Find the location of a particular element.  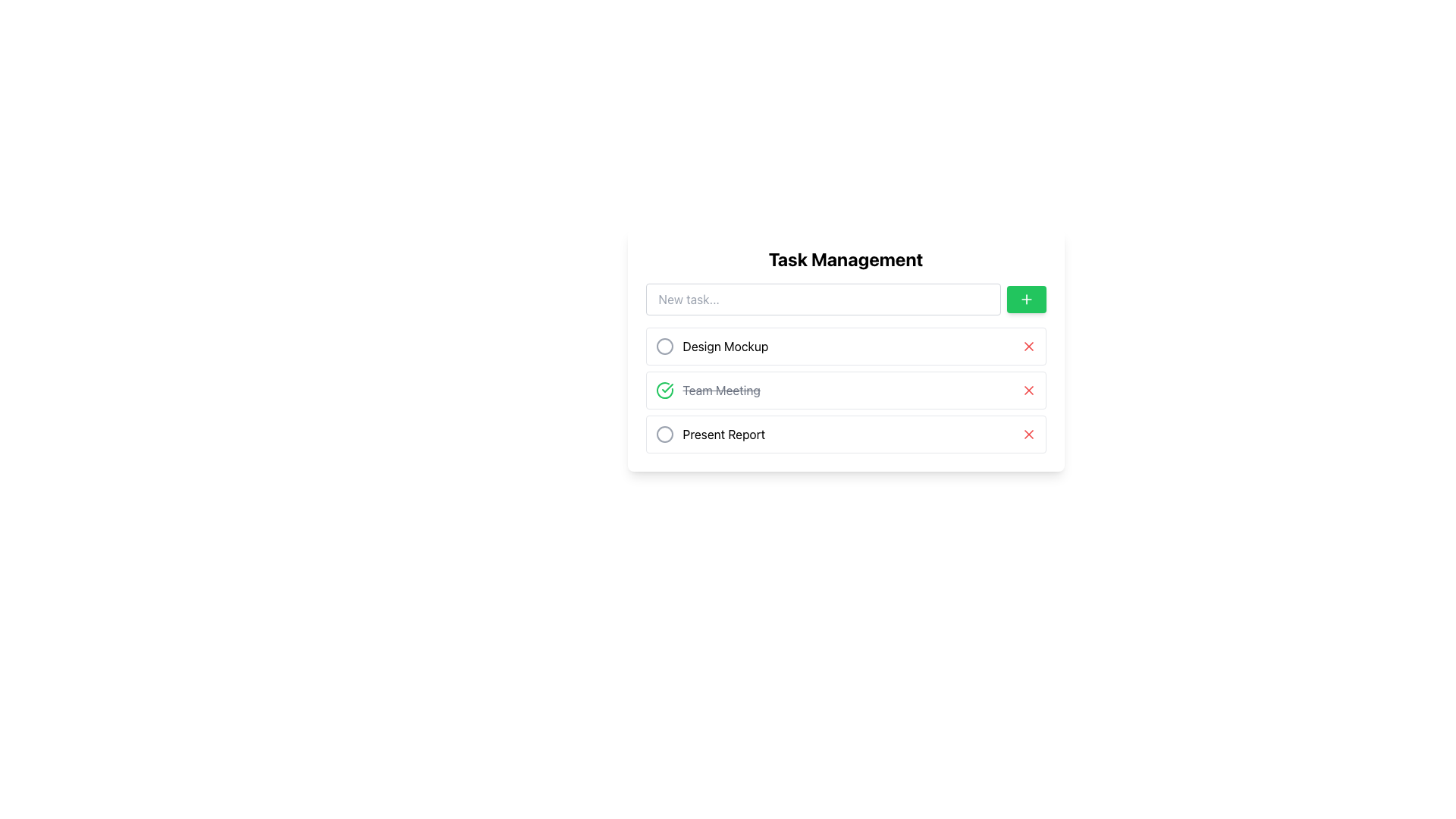

the text label indicating a completed task in the task management interface, which has a gray strikethrough style and is positioned between the 'Design Mockup' and 'Present Report' tasks is located at coordinates (707, 390).